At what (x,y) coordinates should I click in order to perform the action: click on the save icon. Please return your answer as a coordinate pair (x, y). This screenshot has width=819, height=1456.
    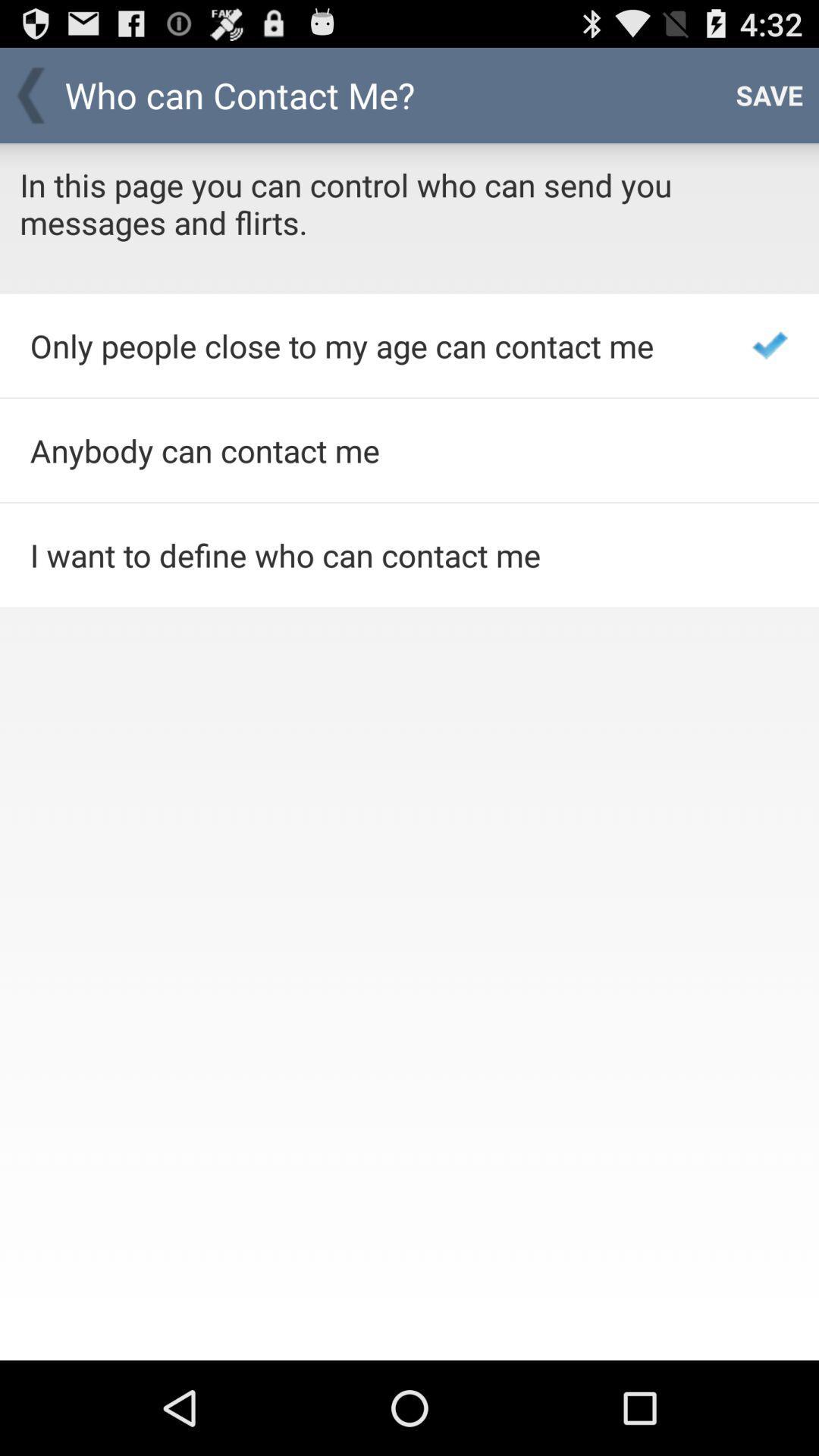
    Looking at the image, I should click on (769, 94).